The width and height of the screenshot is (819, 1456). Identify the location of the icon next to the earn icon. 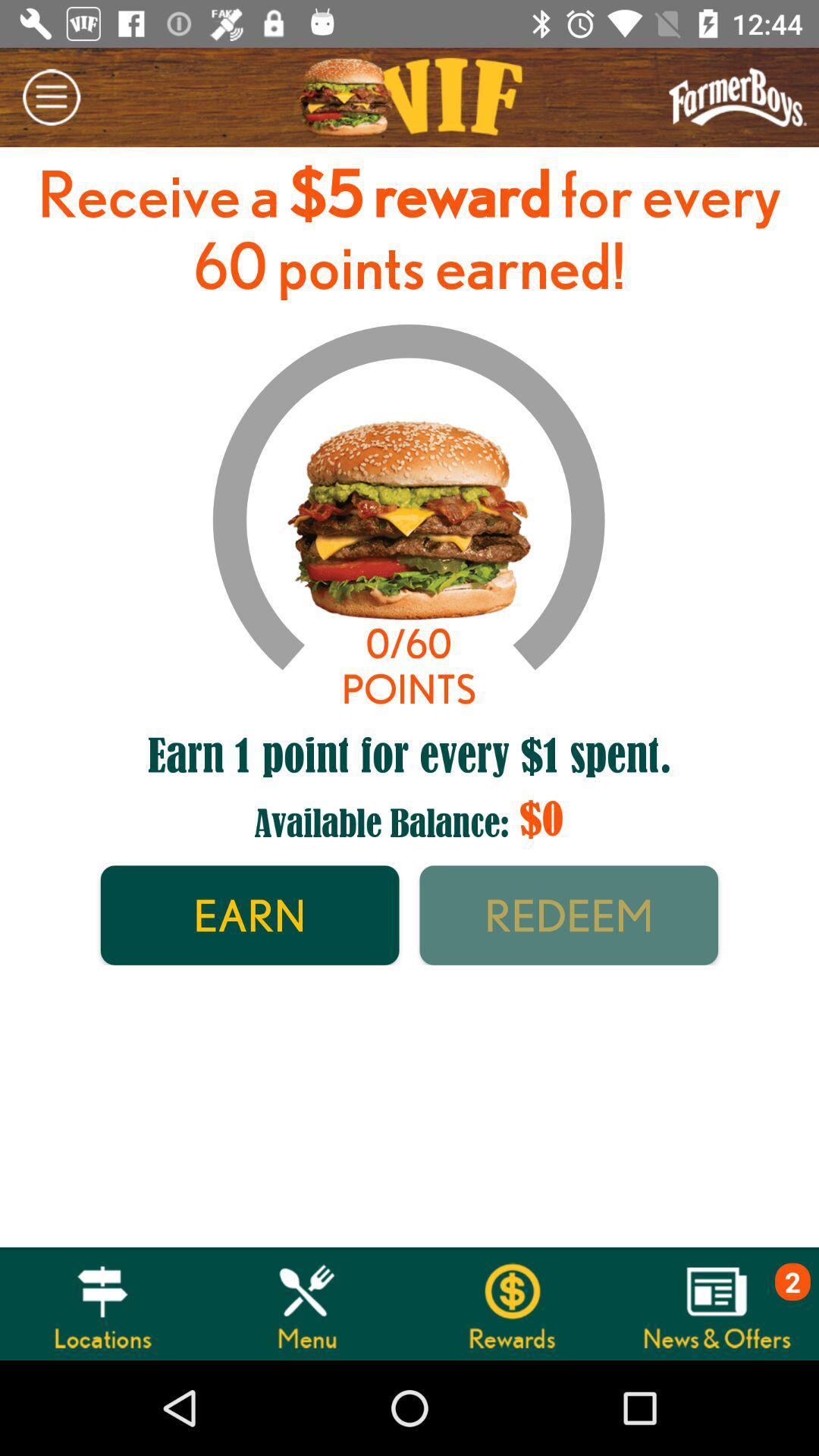
(569, 915).